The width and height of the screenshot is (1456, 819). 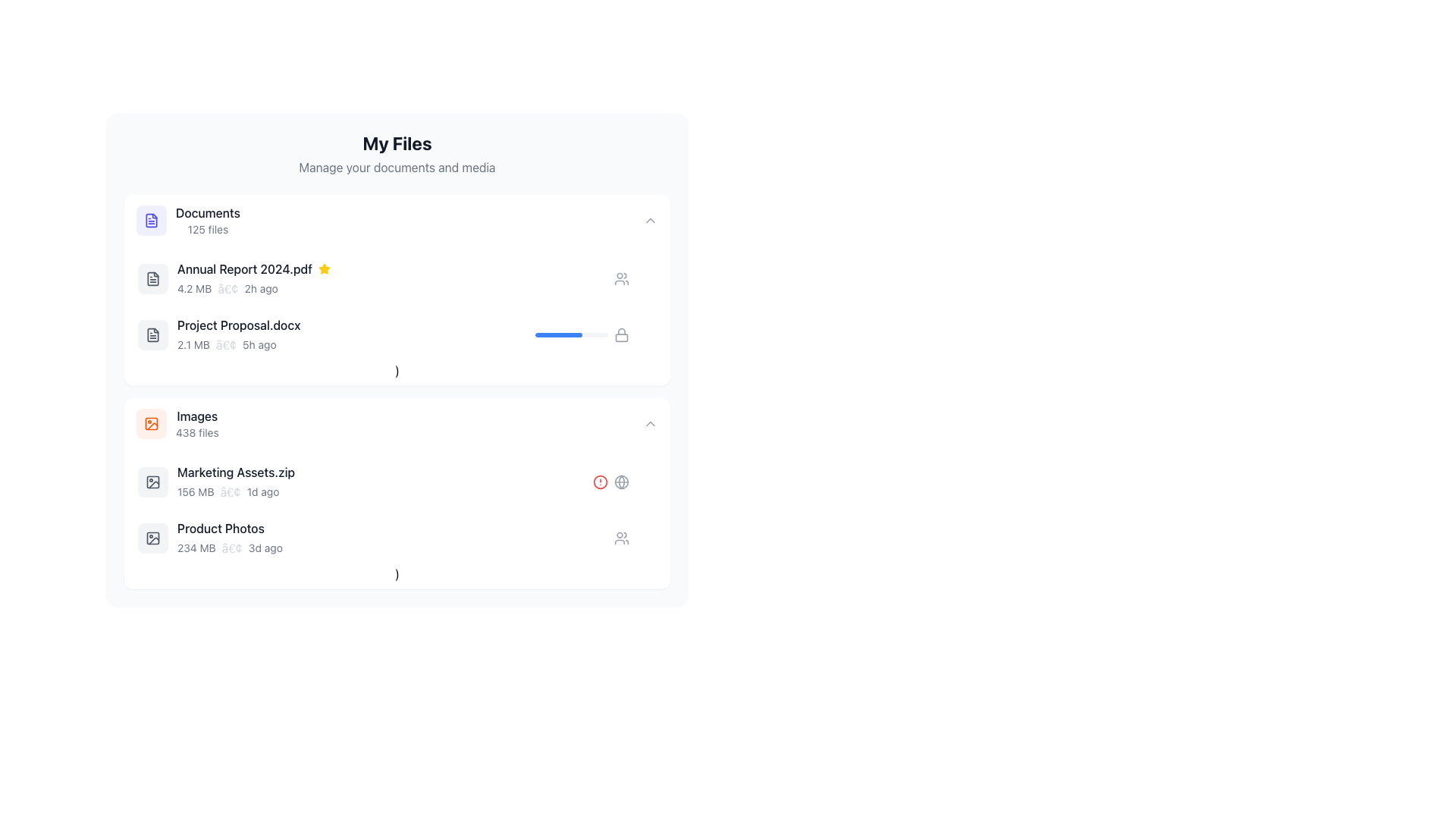 What do you see at coordinates (152, 278) in the screenshot?
I see `the document icon with a gray background and a paper document symbol` at bounding box center [152, 278].